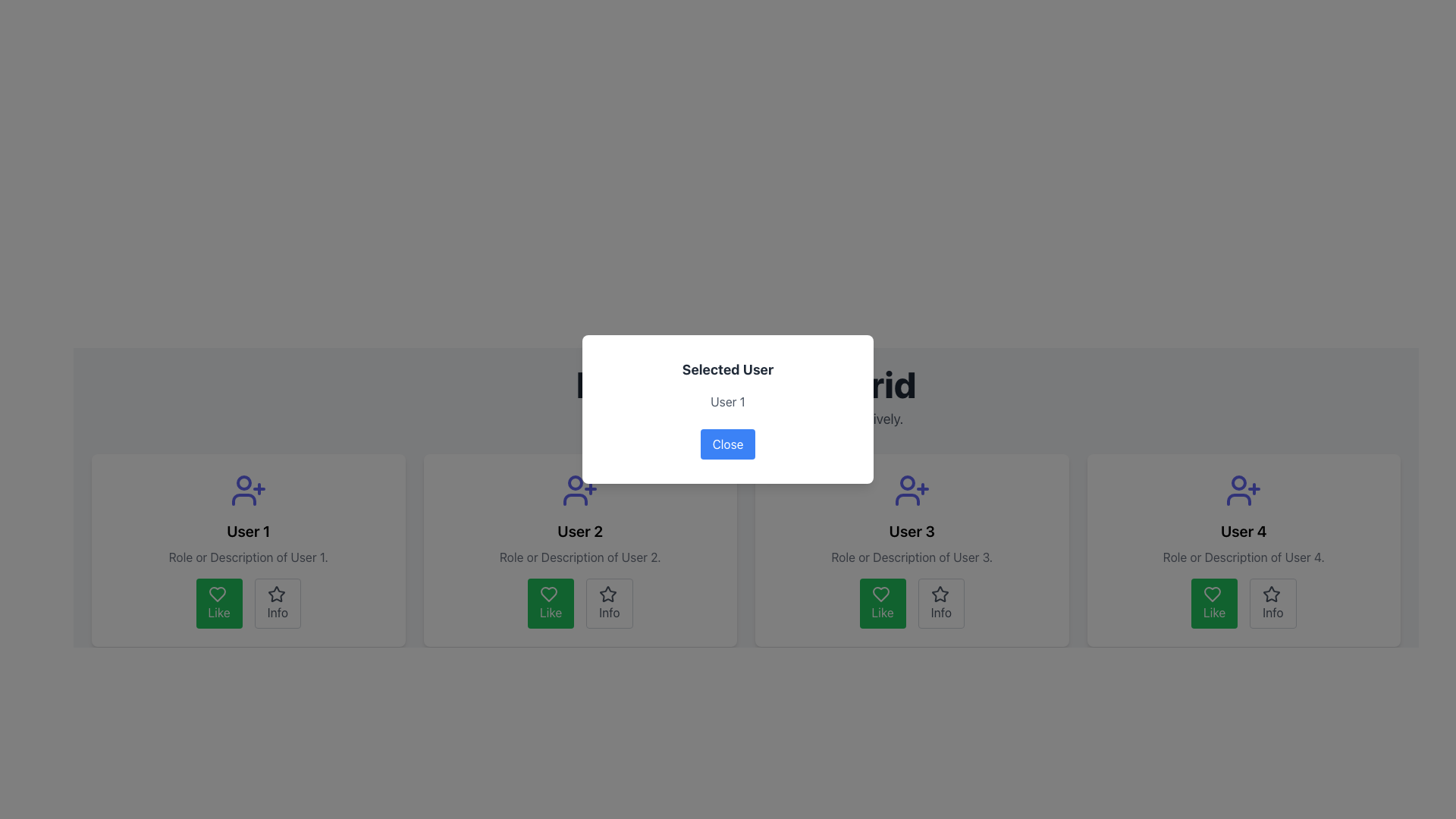 The image size is (1456, 819). I want to click on the 'Like' button on the card displaying information about 'User 4', which is located in the fourth position of a four-column grid layout, so click(1244, 550).